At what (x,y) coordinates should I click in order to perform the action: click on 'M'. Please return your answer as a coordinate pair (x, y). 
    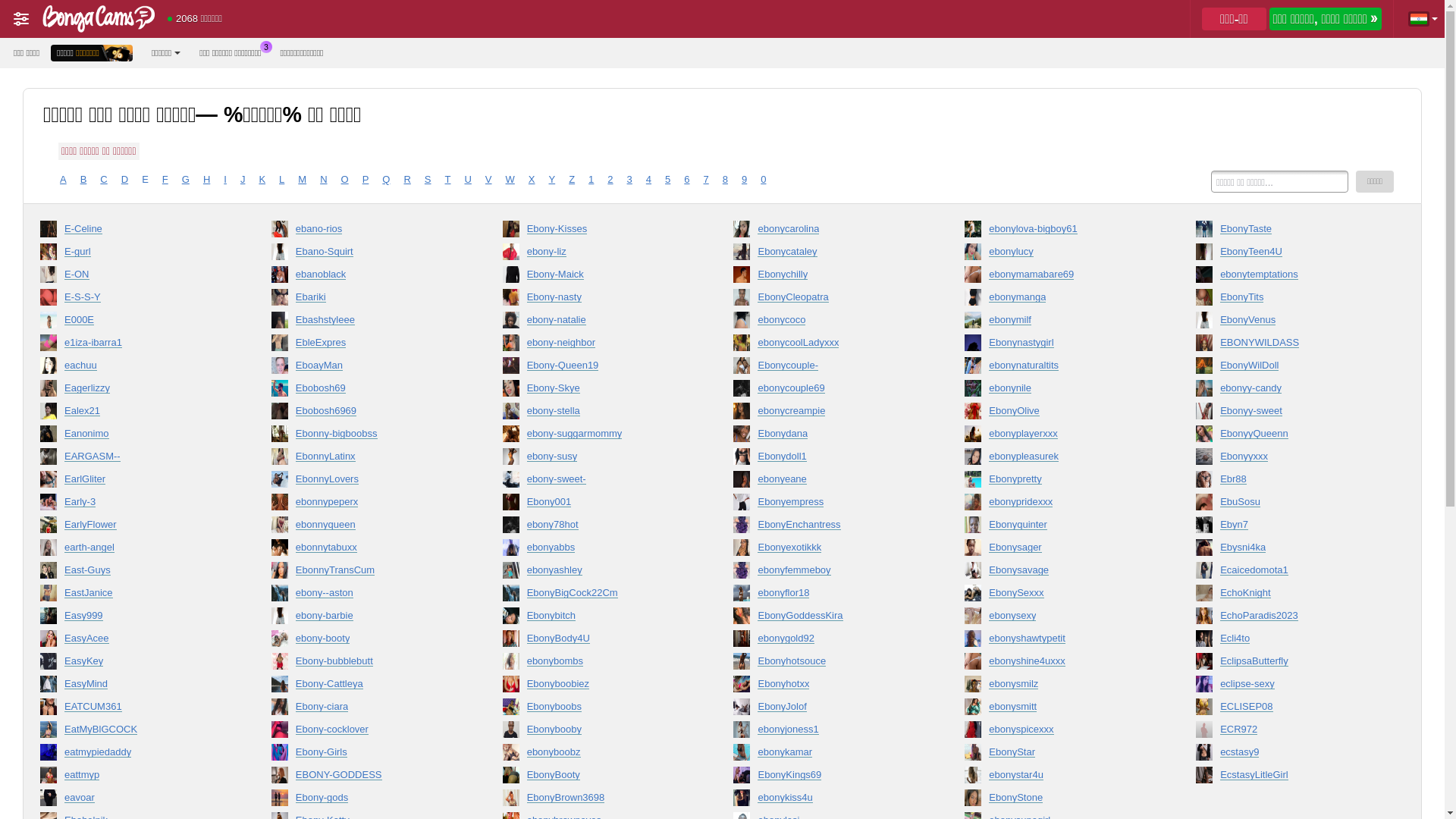
    Looking at the image, I should click on (302, 178).